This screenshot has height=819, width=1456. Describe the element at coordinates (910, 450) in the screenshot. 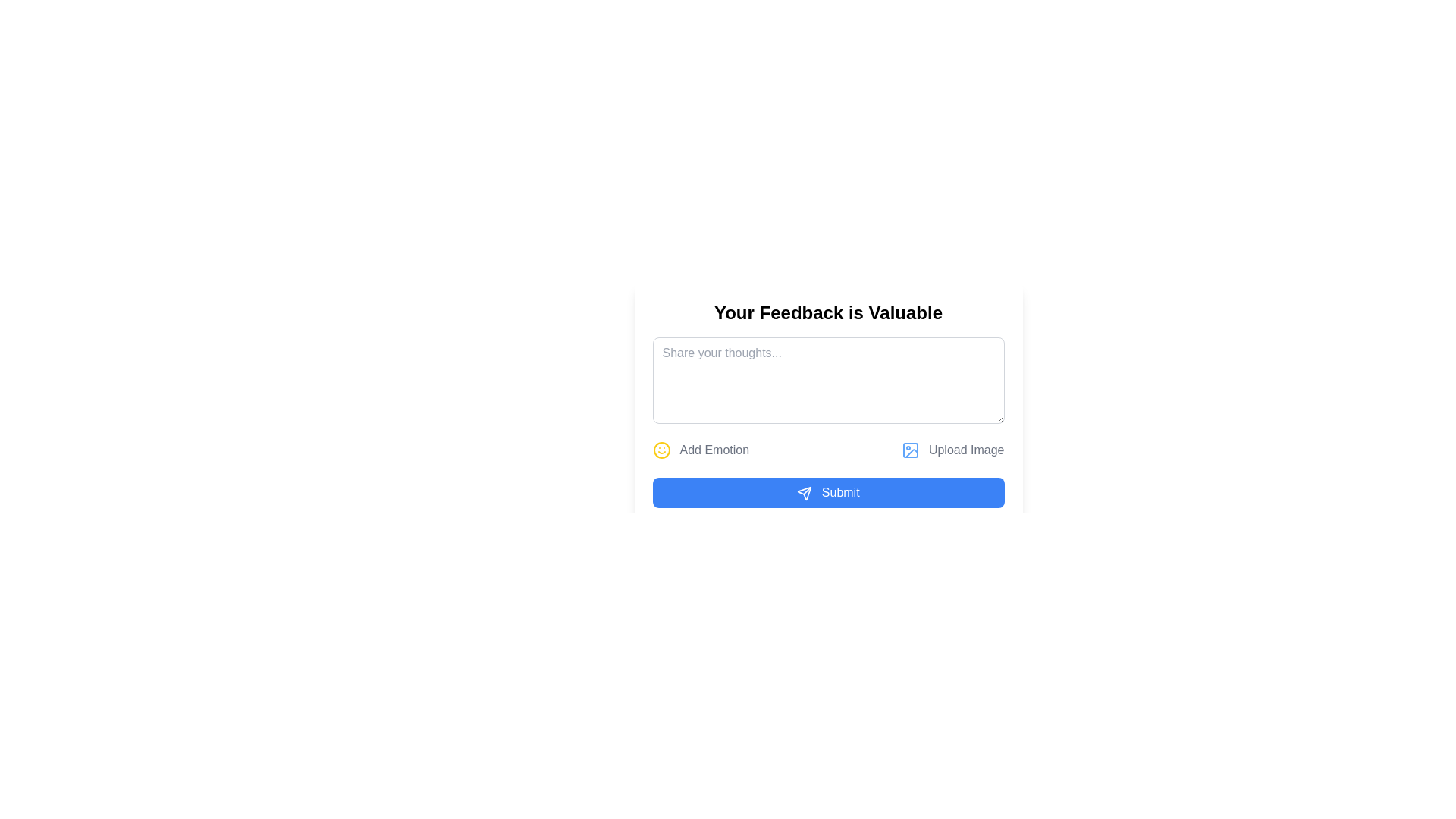

I see `the decorative rectangular graphical component with rounded corners located within the SVG icon on the right section of the toolbar under the 'Your Feedback is Valuable' form` at that location.